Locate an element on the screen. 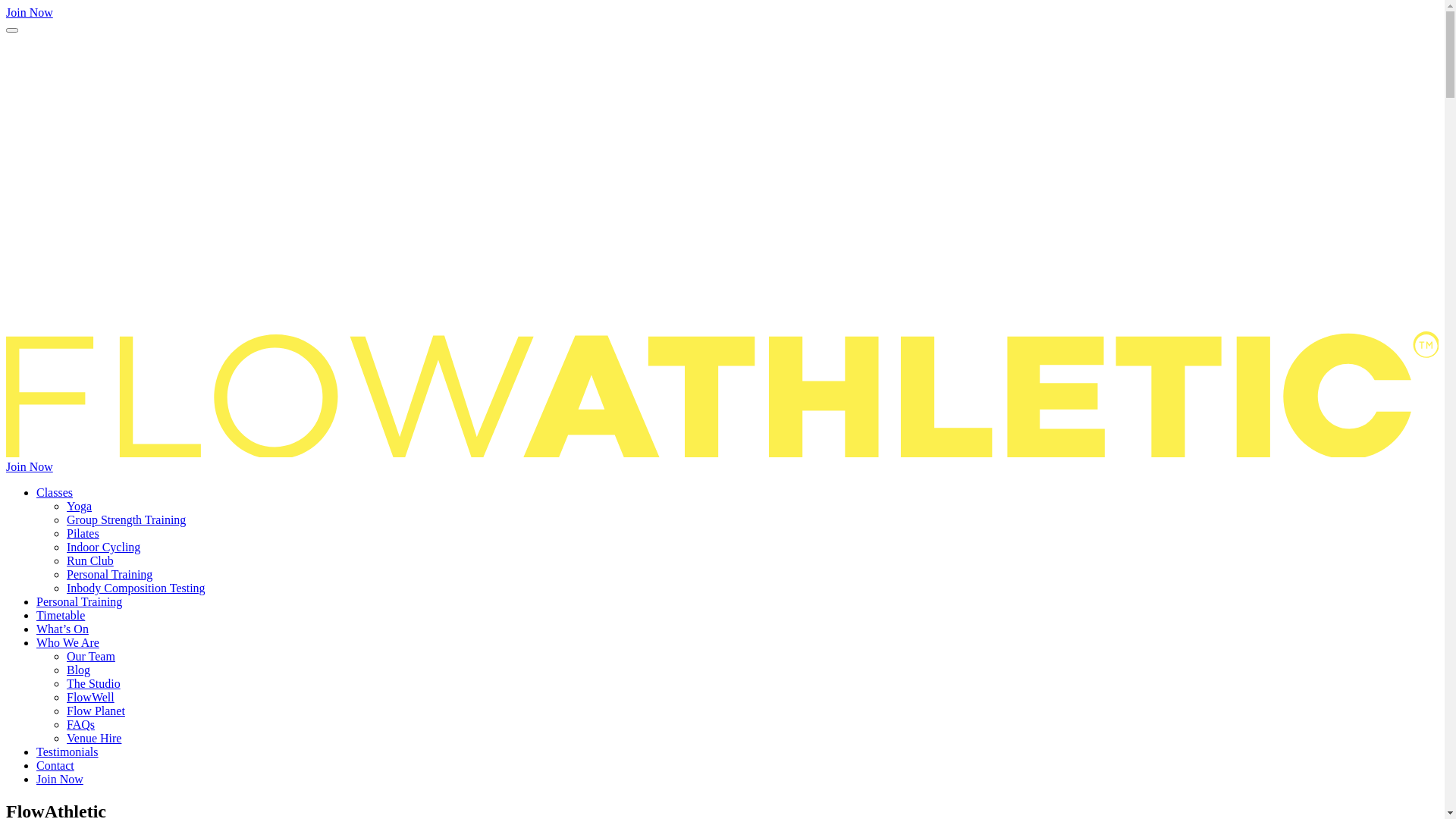 The width and height of the screenshot is (1456, 819). 'Blog' is located at coordinates (77, 669).